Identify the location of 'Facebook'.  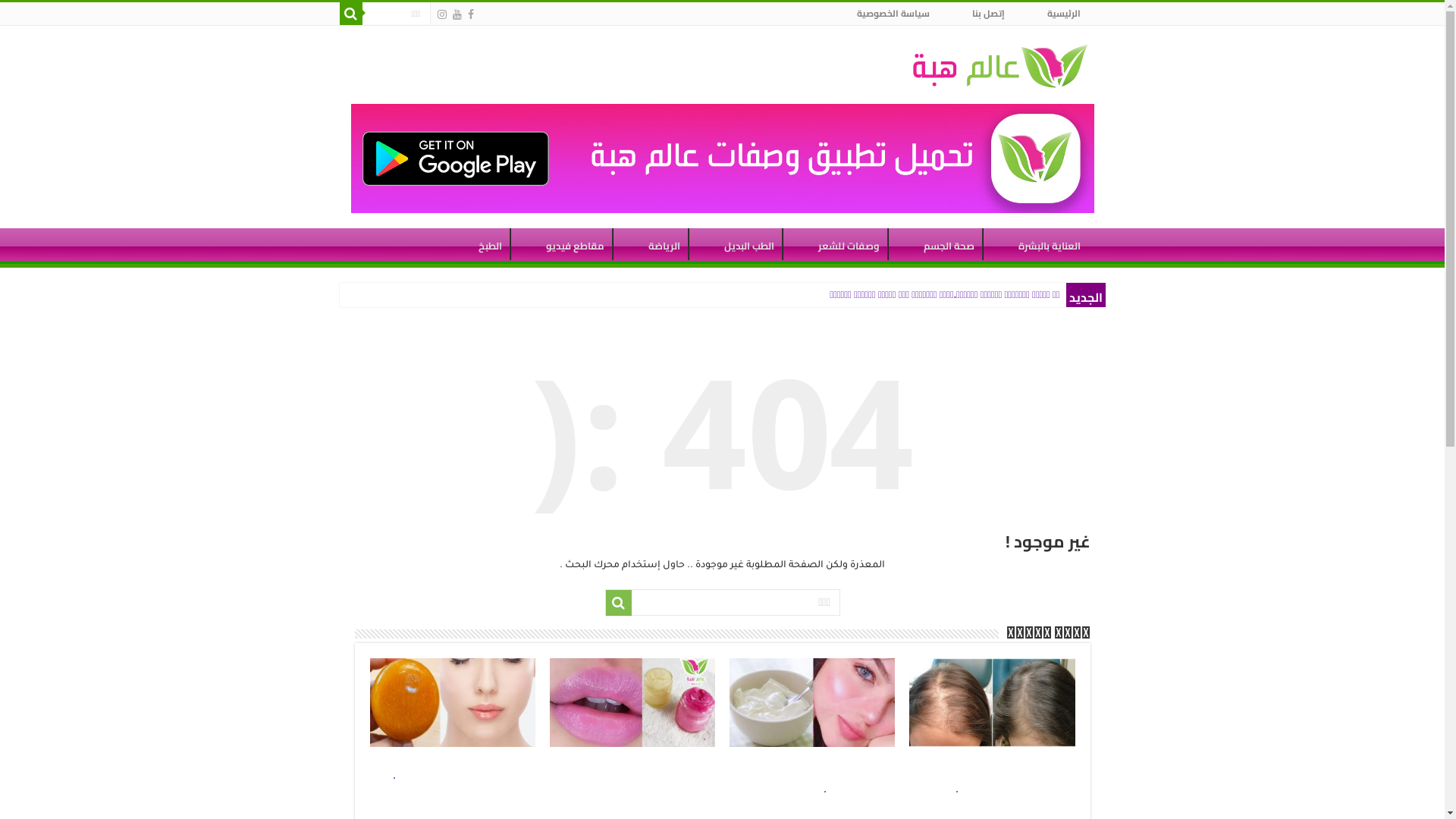
(469, 14).